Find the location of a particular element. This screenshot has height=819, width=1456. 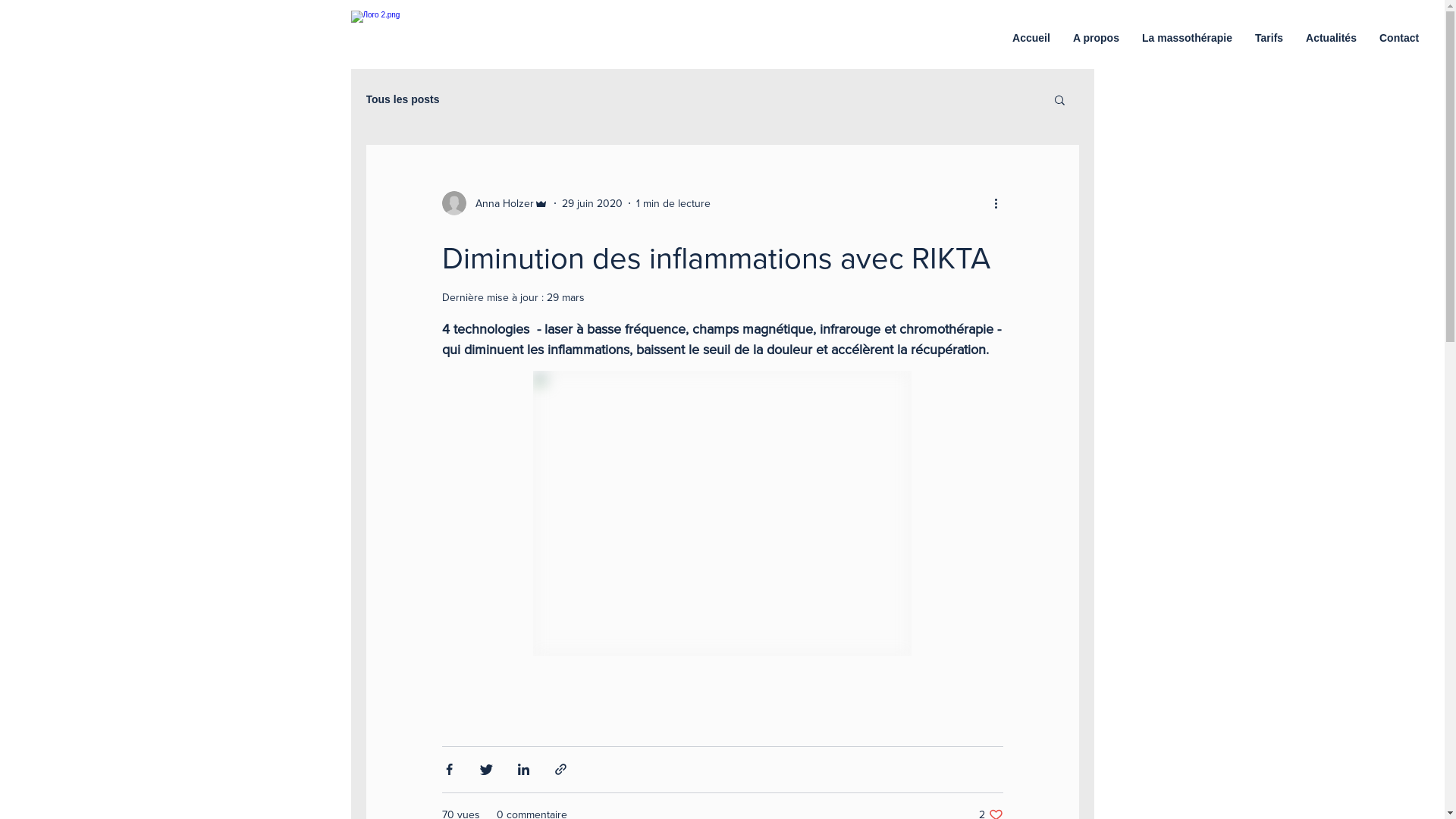

'Contact' is located at coordinates (1398, 37).